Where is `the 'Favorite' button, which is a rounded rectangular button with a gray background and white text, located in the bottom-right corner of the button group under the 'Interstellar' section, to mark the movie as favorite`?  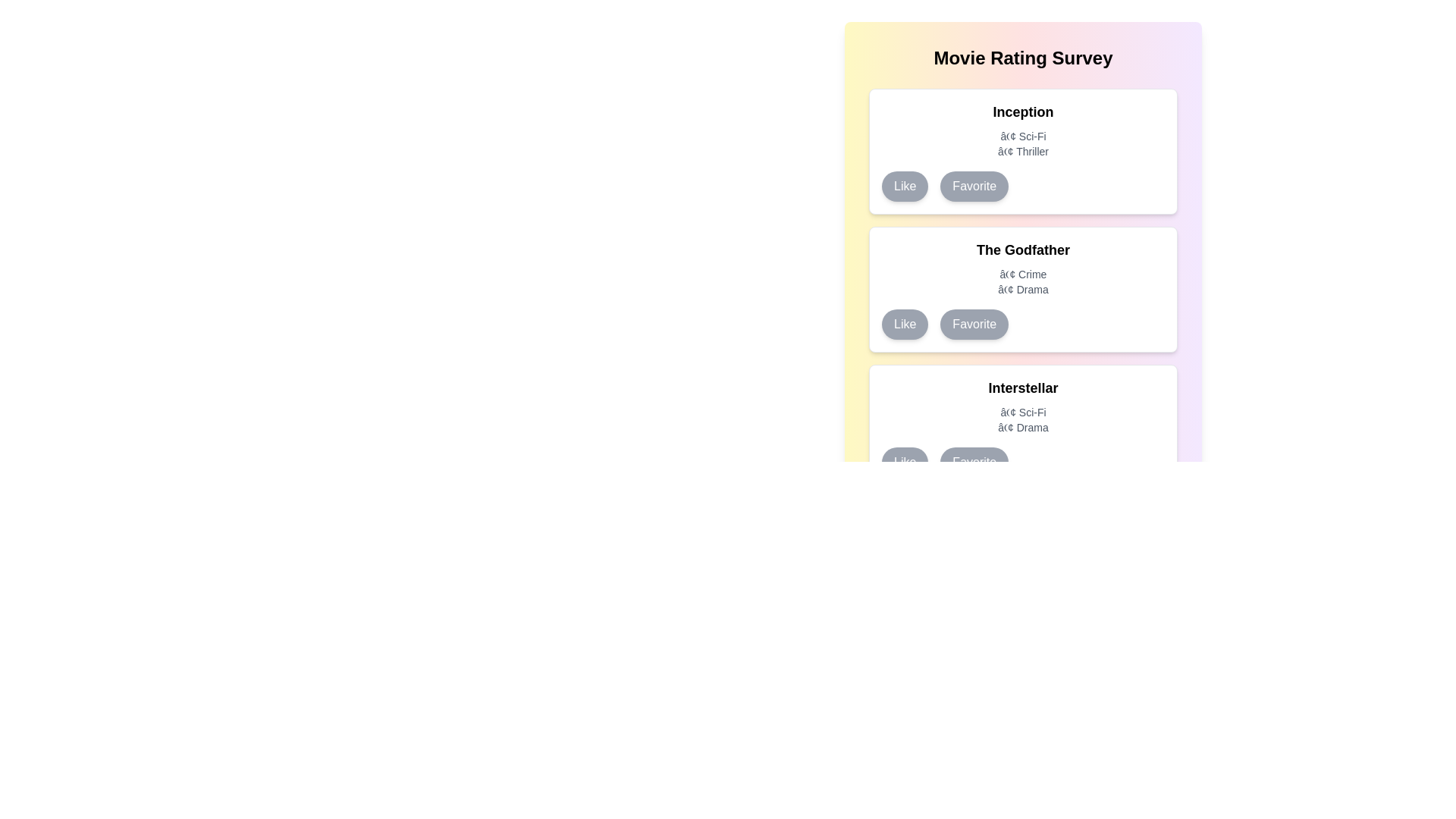
the 'Favorite' button, which is a rounded rectangular button with a gray background and white text, located in the bottom-right corner of the button group under the 'Interstellar' section, to mark the movie as favorite is located at coordinates (974, 461).